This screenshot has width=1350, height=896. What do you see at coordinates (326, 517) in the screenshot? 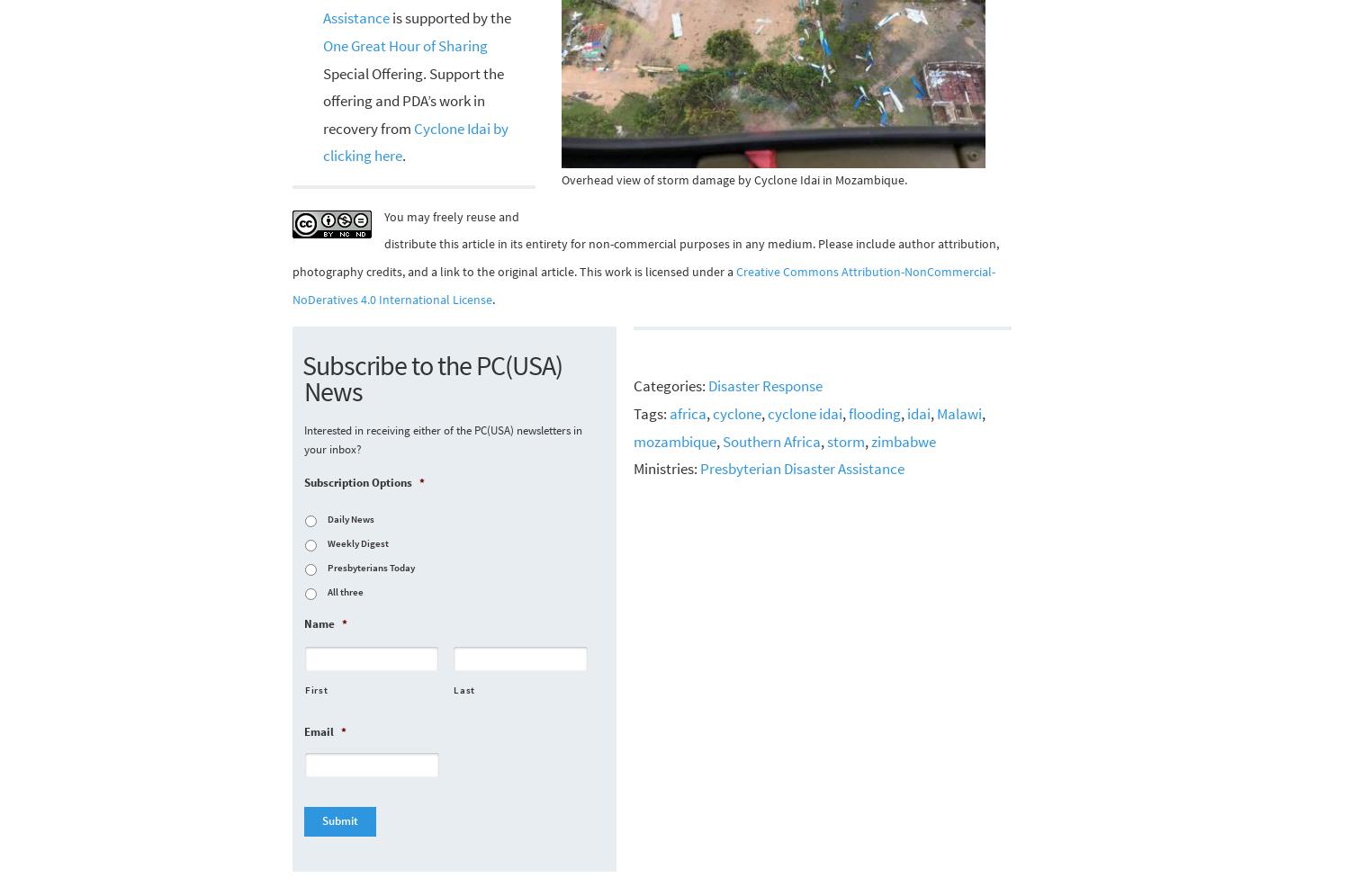
I see `'Daily News'` at bounding box center [326, 517].